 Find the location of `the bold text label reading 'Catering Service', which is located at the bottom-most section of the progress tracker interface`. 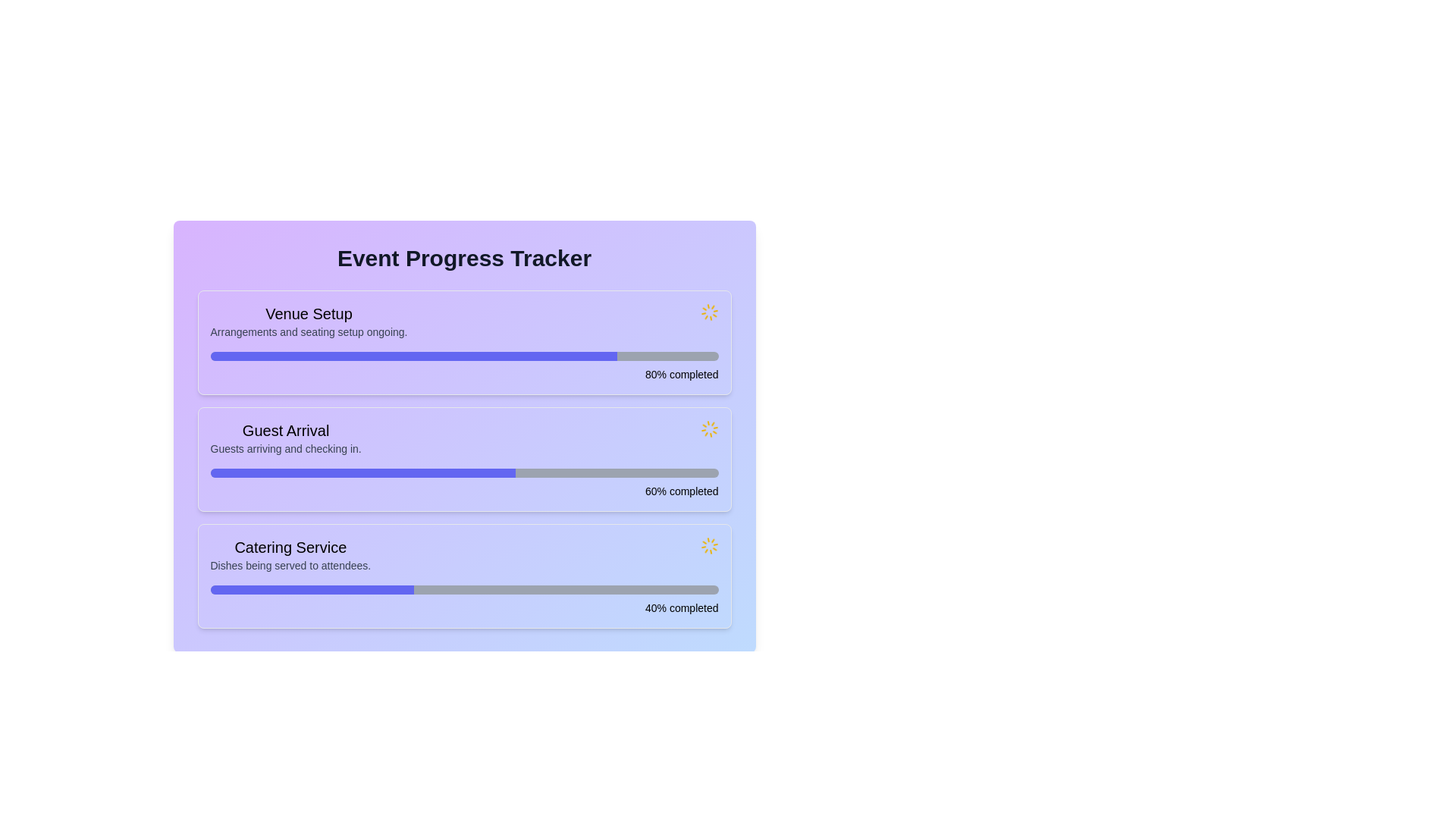

the bold text label reading 'Catering Service', which is located at the bottom-most section of the progress tracker interface is located at coordinates (290, 547).